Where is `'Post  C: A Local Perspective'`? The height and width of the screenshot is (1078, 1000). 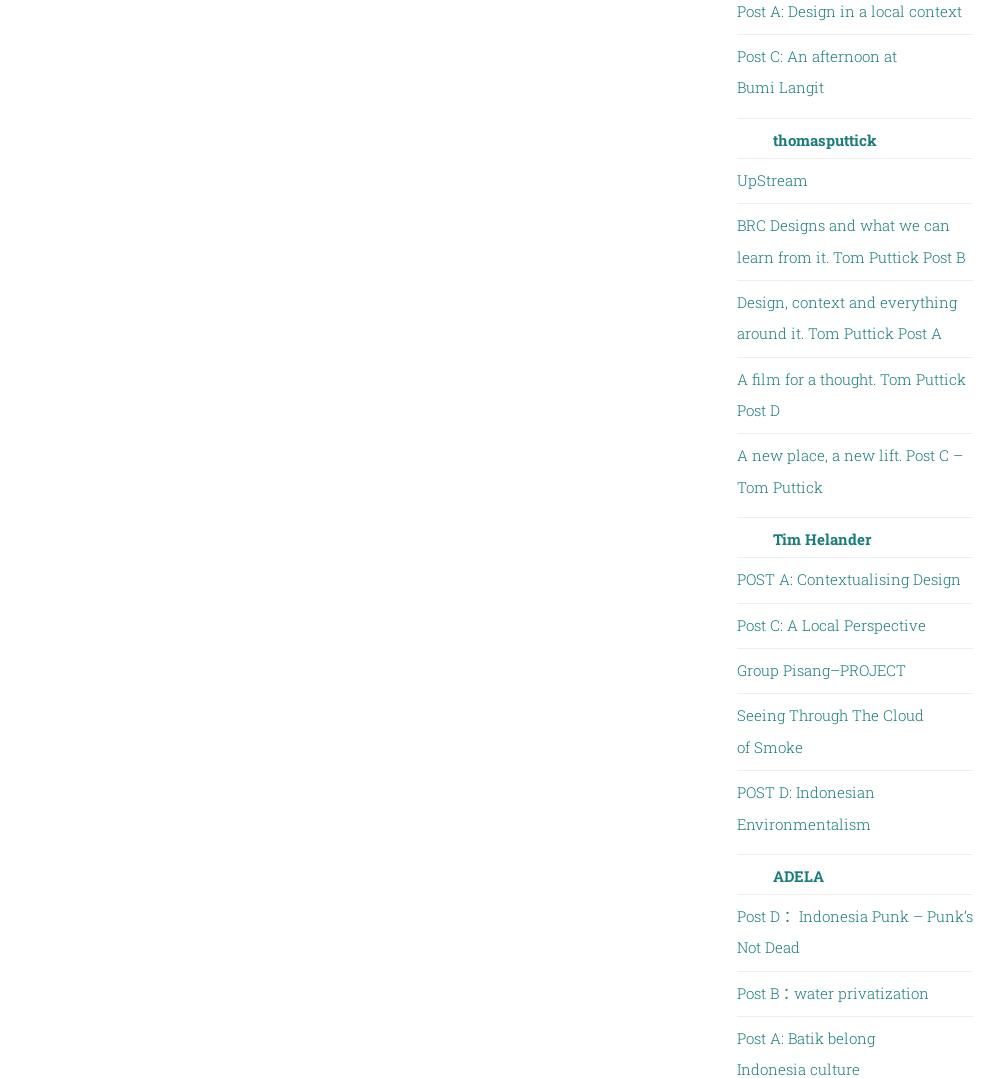 'Post  C: A Local Perspective' is located at coordinates (829, 622).